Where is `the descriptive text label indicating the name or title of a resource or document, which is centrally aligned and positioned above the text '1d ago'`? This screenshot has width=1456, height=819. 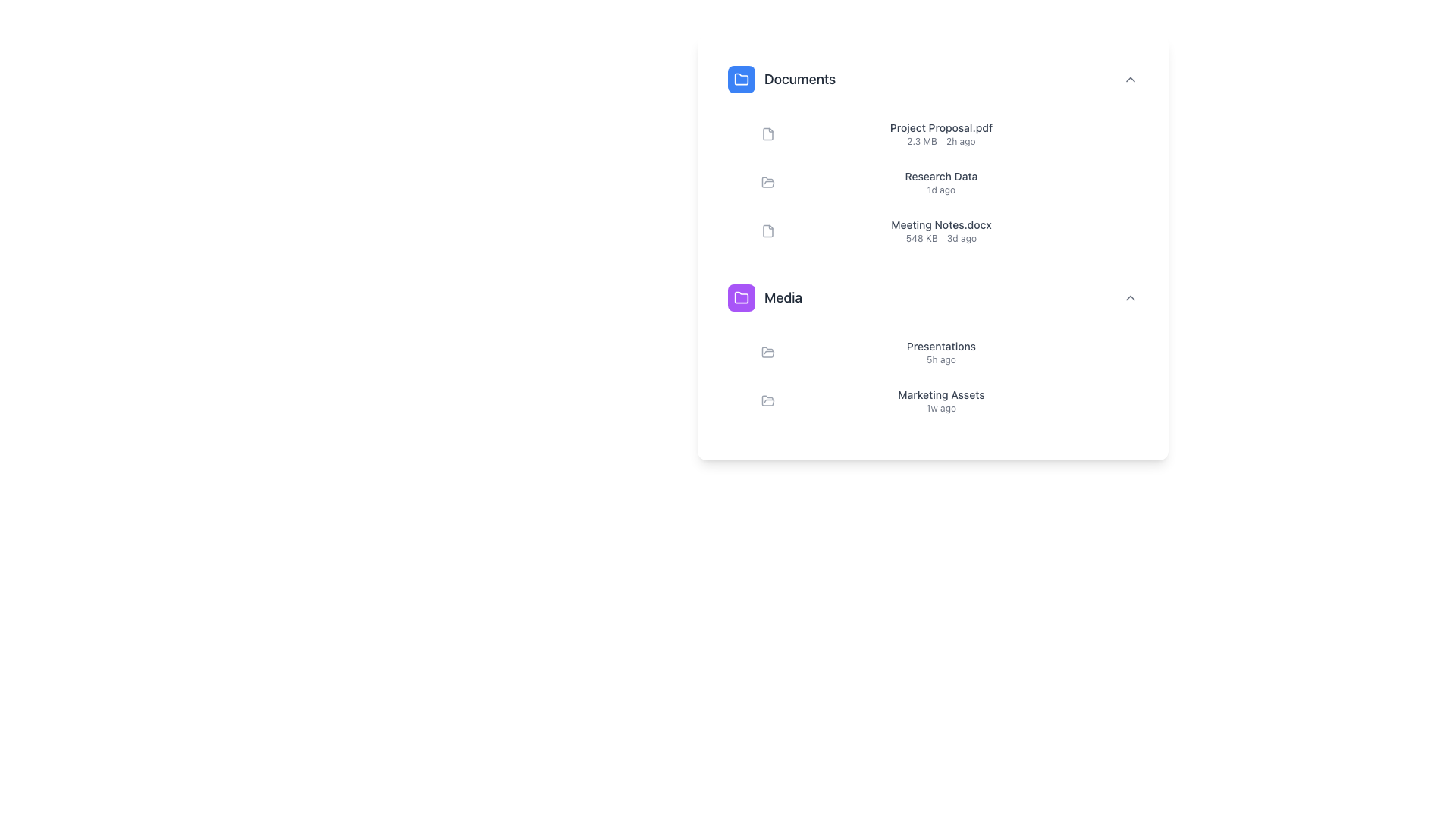
the descriptive text label indicating the name or title of a resource or document, which is centrally aligned and positioned above the text '1d ago' is located at coordinates (940, 175).